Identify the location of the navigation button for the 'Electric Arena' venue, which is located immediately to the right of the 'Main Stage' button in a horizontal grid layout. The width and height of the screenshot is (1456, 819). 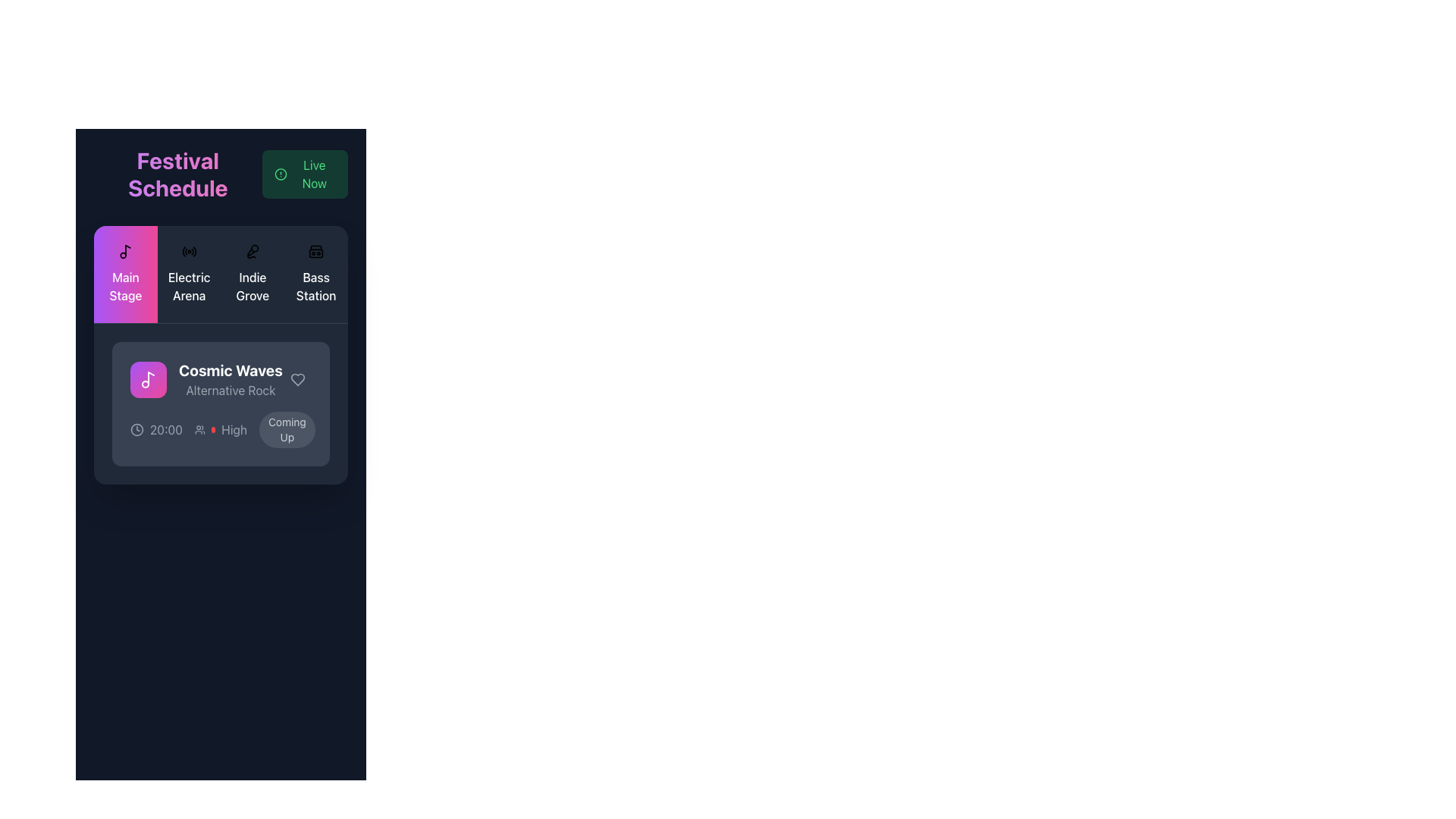
(188, 275).